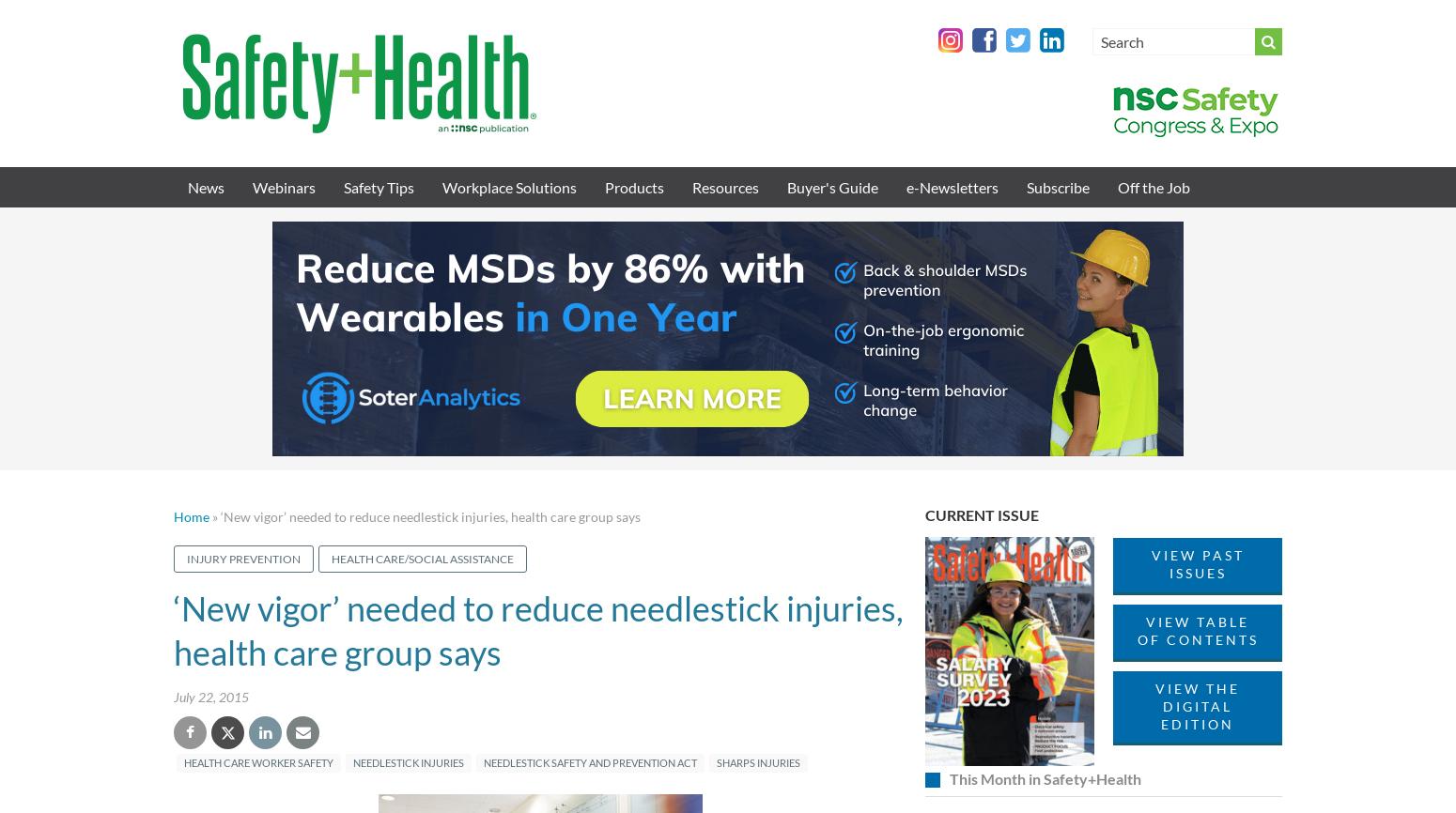 The image size is (1456, 813). Describe the element at coordinates (258, 761) in the screenshot. I see `'Health care worker safety'` at that location.